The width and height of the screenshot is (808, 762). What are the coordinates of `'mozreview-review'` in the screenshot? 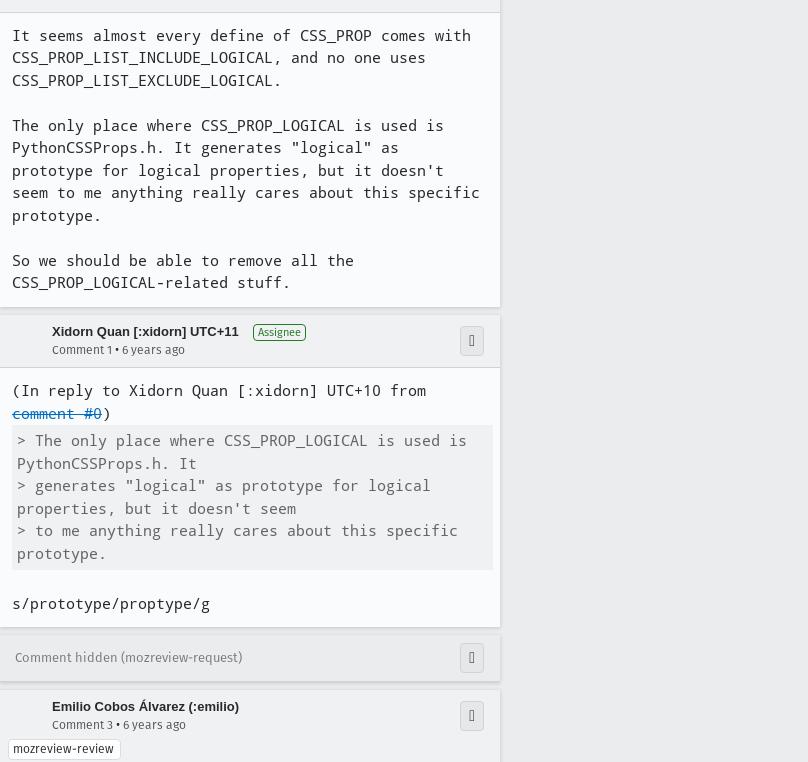 It's located at (63, 747).